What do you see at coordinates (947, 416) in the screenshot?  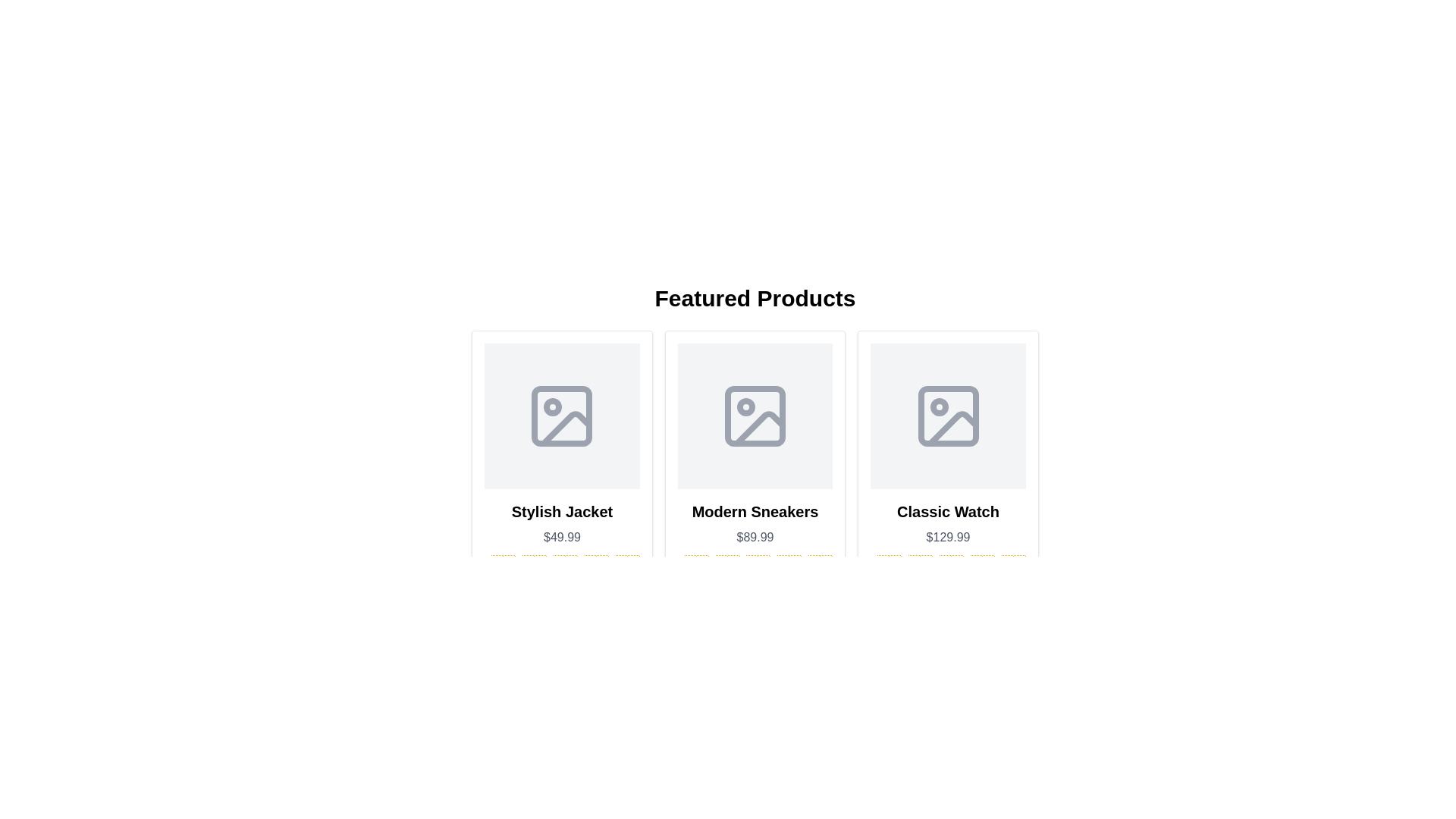 I see `the icon representing the 'Classic Watch' product, which is a light gray icon with rounded corners, a circle in the top-left, and a diagonal line from bottom-left to top-right, centered in the third card of the 'Featured Products' section` at bounding box center [947, 416].